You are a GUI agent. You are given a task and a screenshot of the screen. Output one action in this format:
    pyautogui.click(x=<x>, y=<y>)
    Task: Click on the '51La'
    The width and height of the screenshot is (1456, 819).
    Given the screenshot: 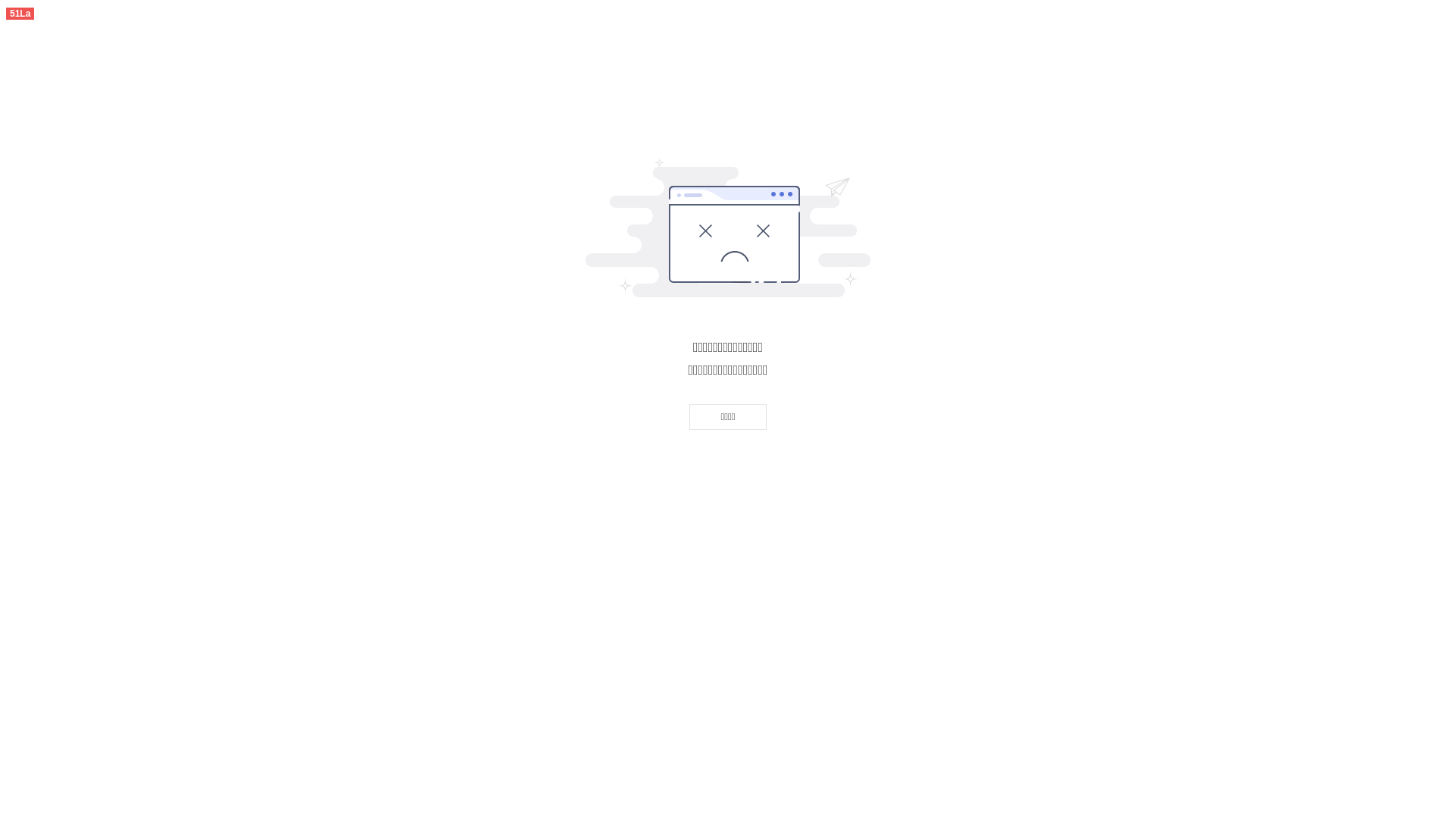 What is the action you would take?
    pyautogui.click(x=20, y=12)
    